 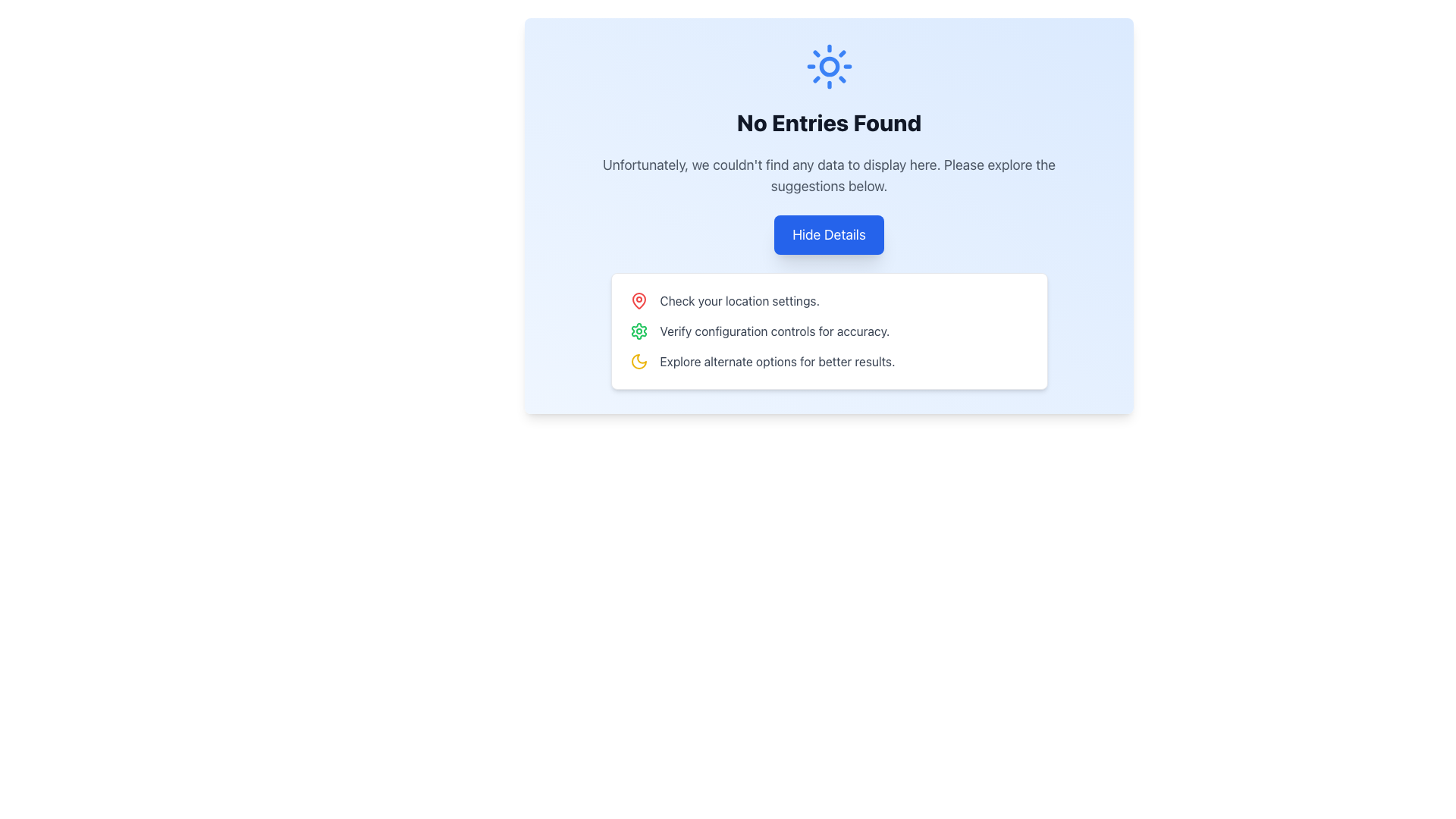 What do you see at coordinates (774, 330) in the screenshot?
I see `informative text label located within a rectangular card, which guides users to verify configuration controls for accuracy. This label is the second item in the list of suggestions` at bounding box center [774, 330].